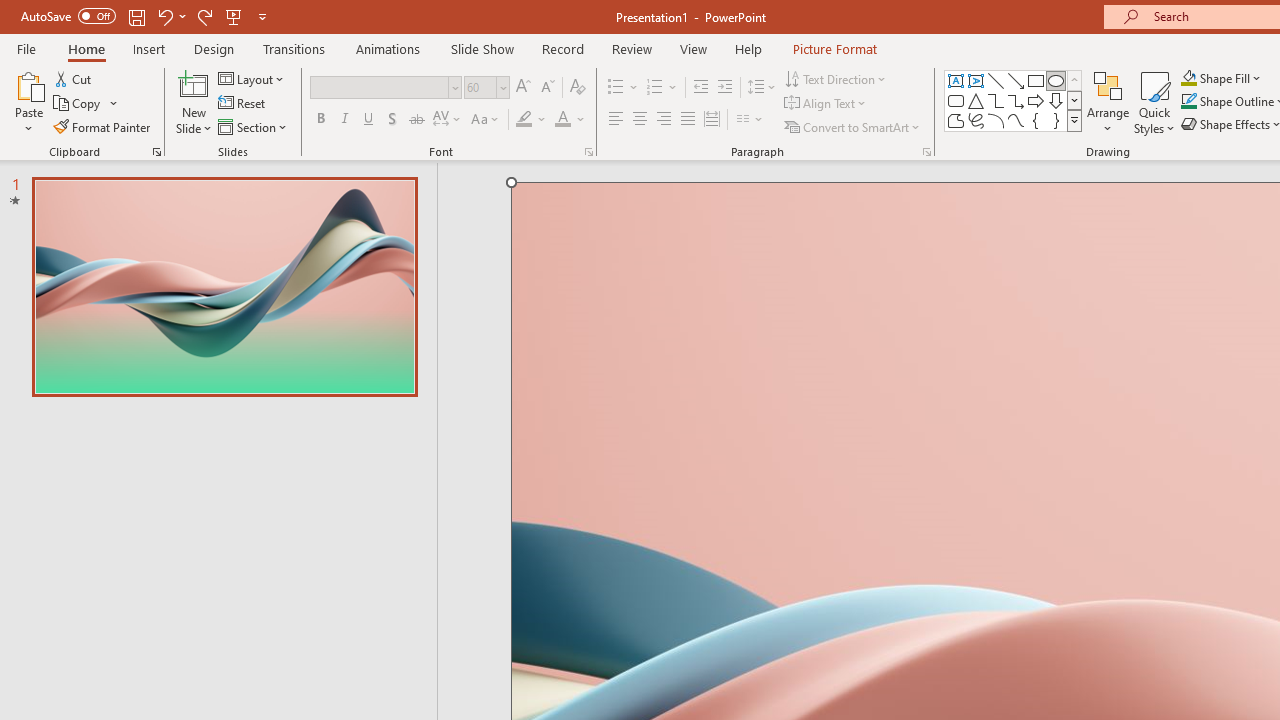 Image resolution: width=1280 pixels, height=720 pixels. I want to click on 'Picture Format', so click(835, 48).